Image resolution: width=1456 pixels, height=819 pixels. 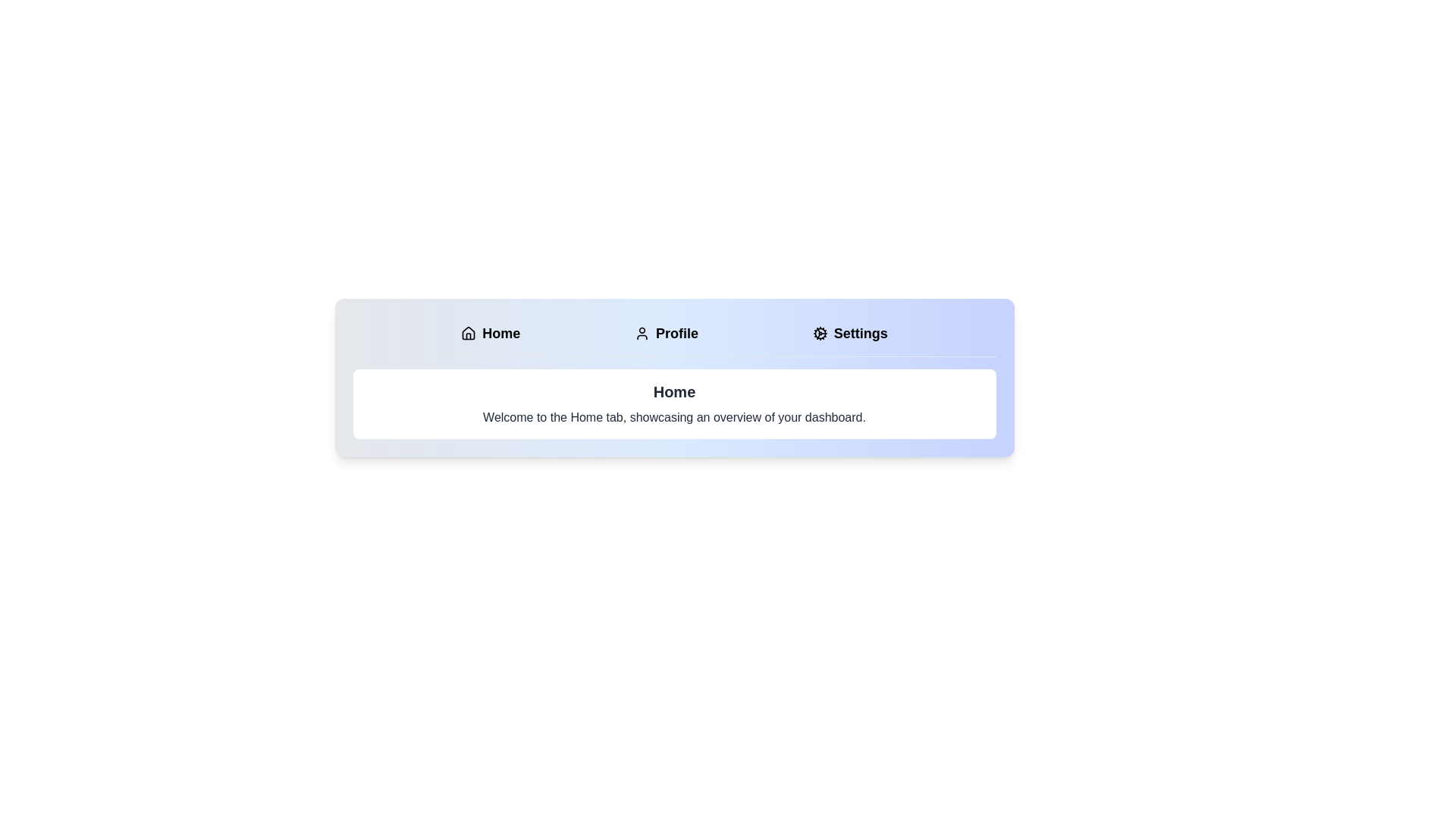 I want to click on the circular gear icon located on the far-right side of the navigation bar, which is part of a cog-shaped structure above the 'Settings' label, so click(x=819, y=332).